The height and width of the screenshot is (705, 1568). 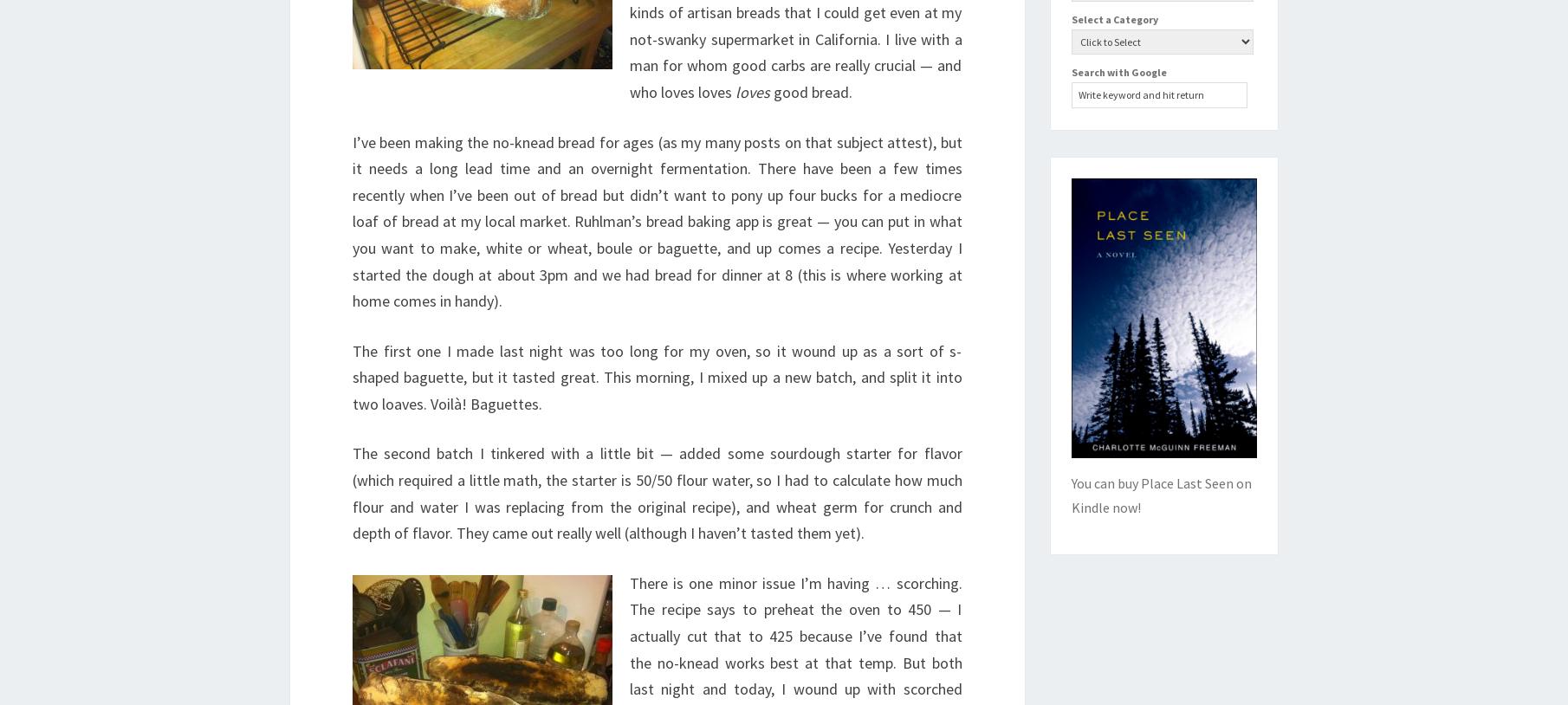 I want to click on 'good bread.', so click(x=811, y=90).